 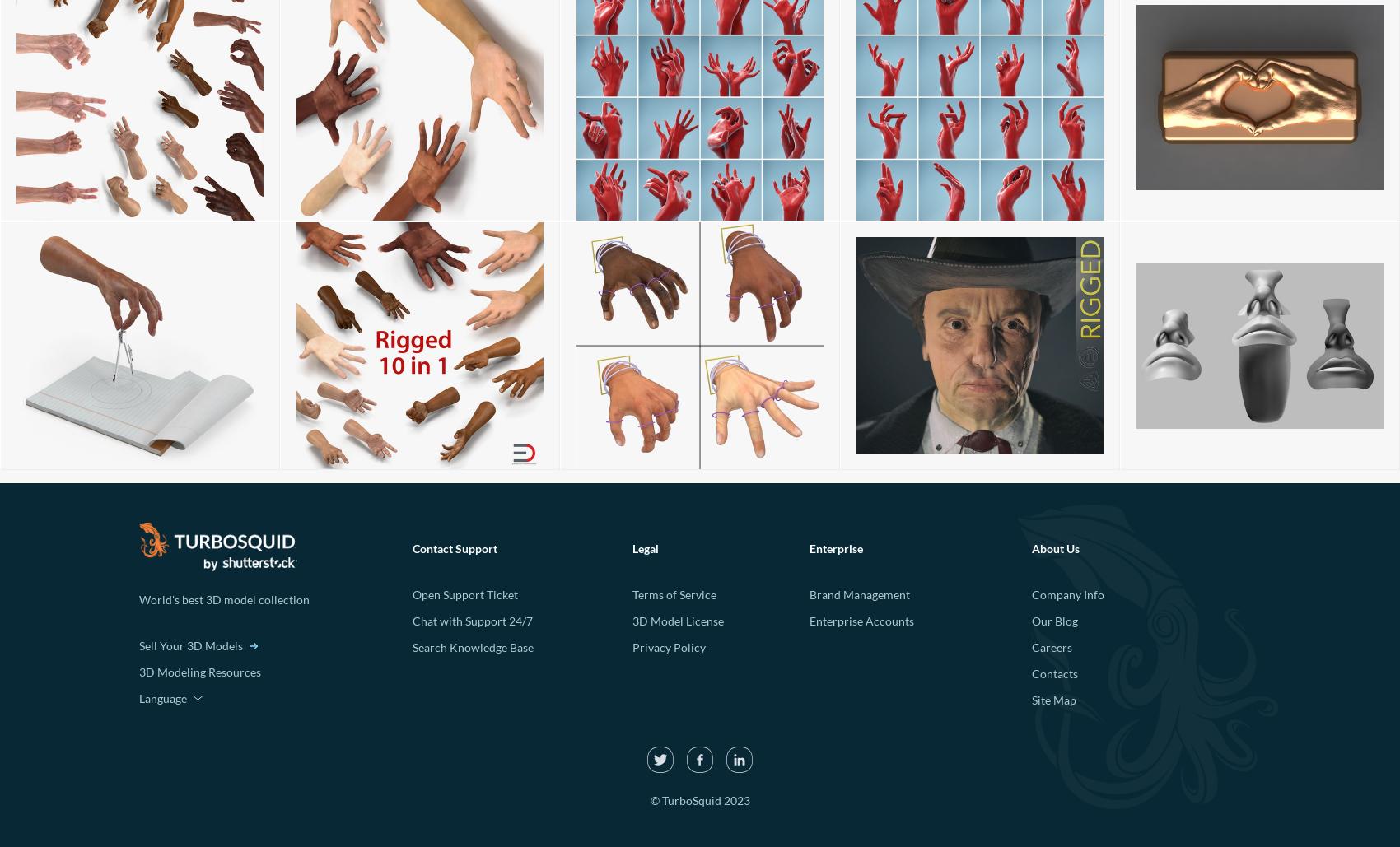 What do you see at coordinates (860, 621) in the screenshot?
I see `'Enterprise Accounts'` at bounding box center [860, 621].